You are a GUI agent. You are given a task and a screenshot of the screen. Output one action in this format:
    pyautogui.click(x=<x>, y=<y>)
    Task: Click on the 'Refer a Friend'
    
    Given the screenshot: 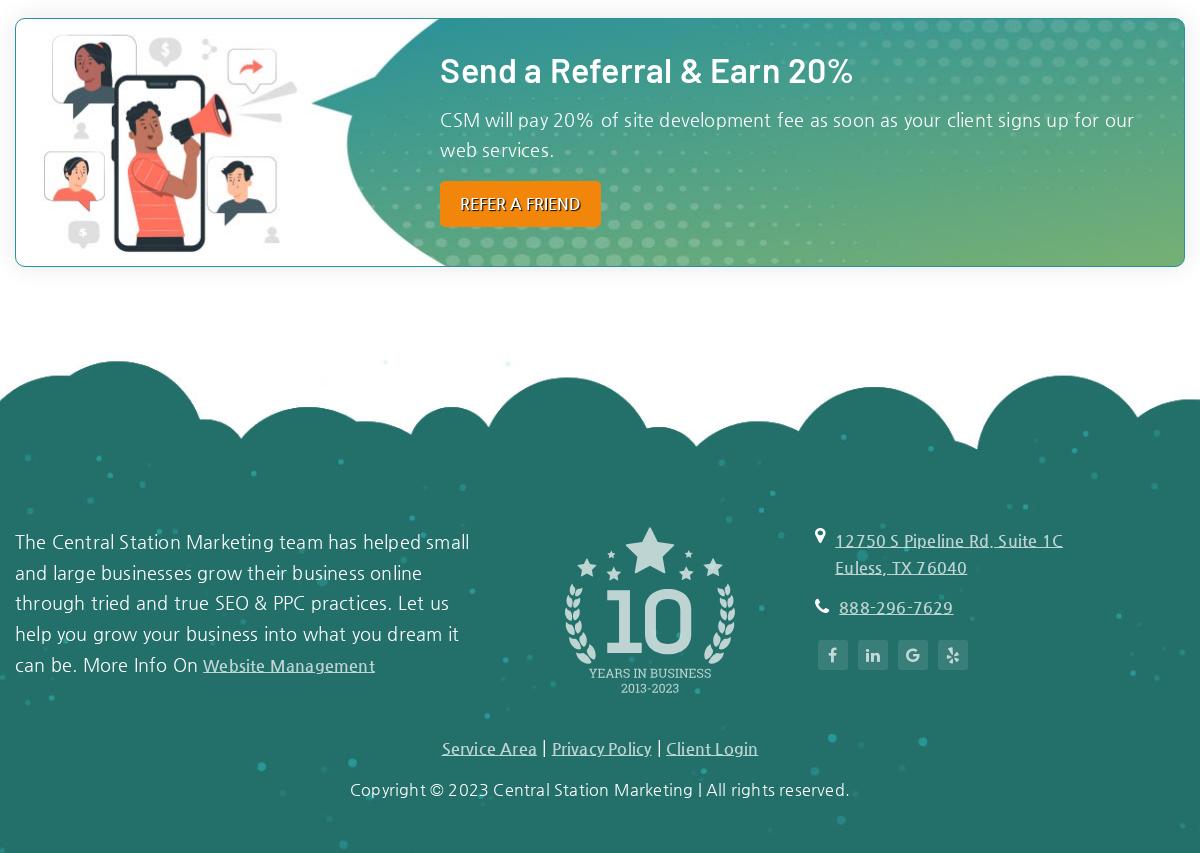 What is the action you would take?
    pyautogui.click(x=458, y=201)
    